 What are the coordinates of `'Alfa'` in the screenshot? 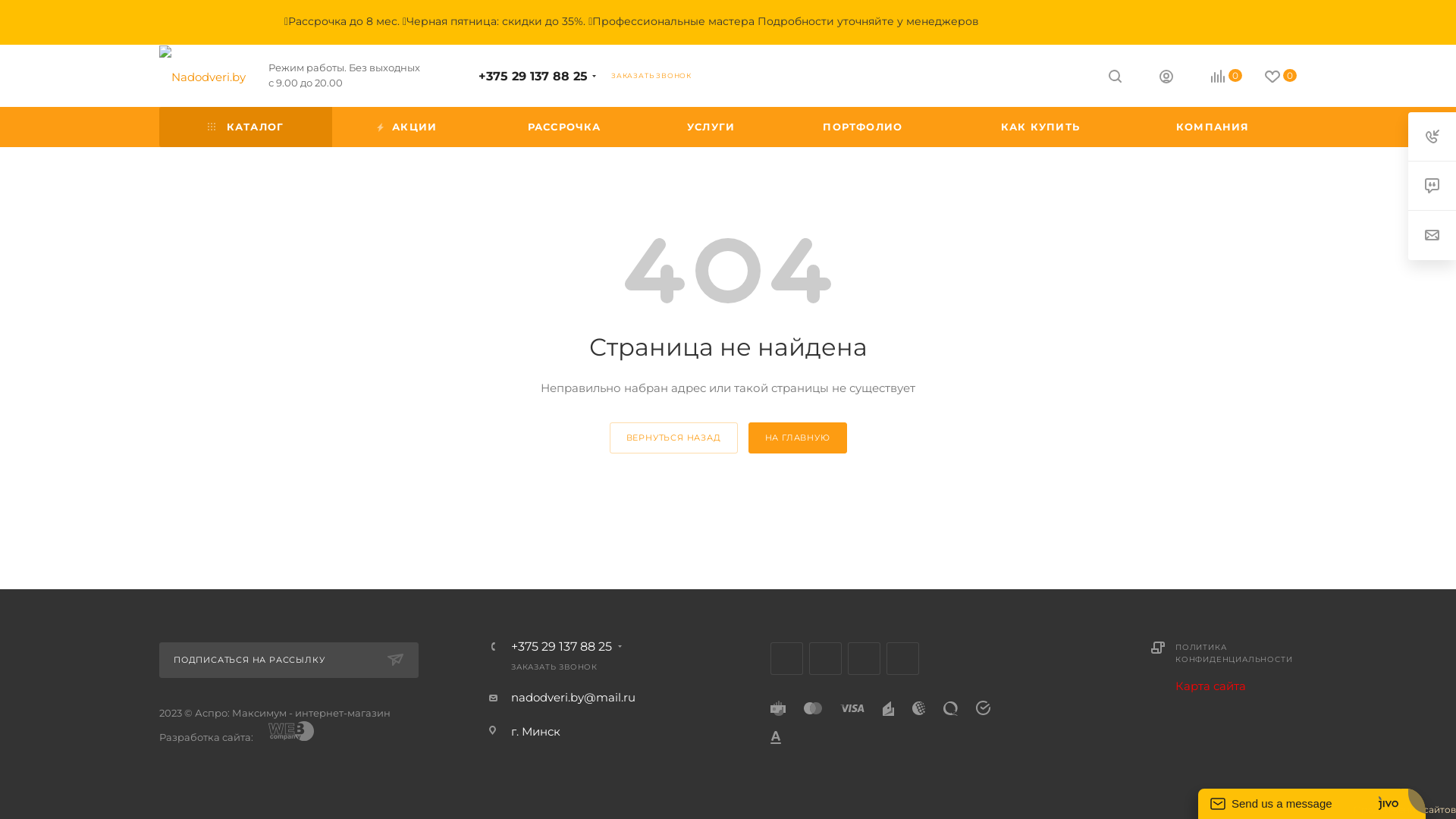 It's located at (775, 736).